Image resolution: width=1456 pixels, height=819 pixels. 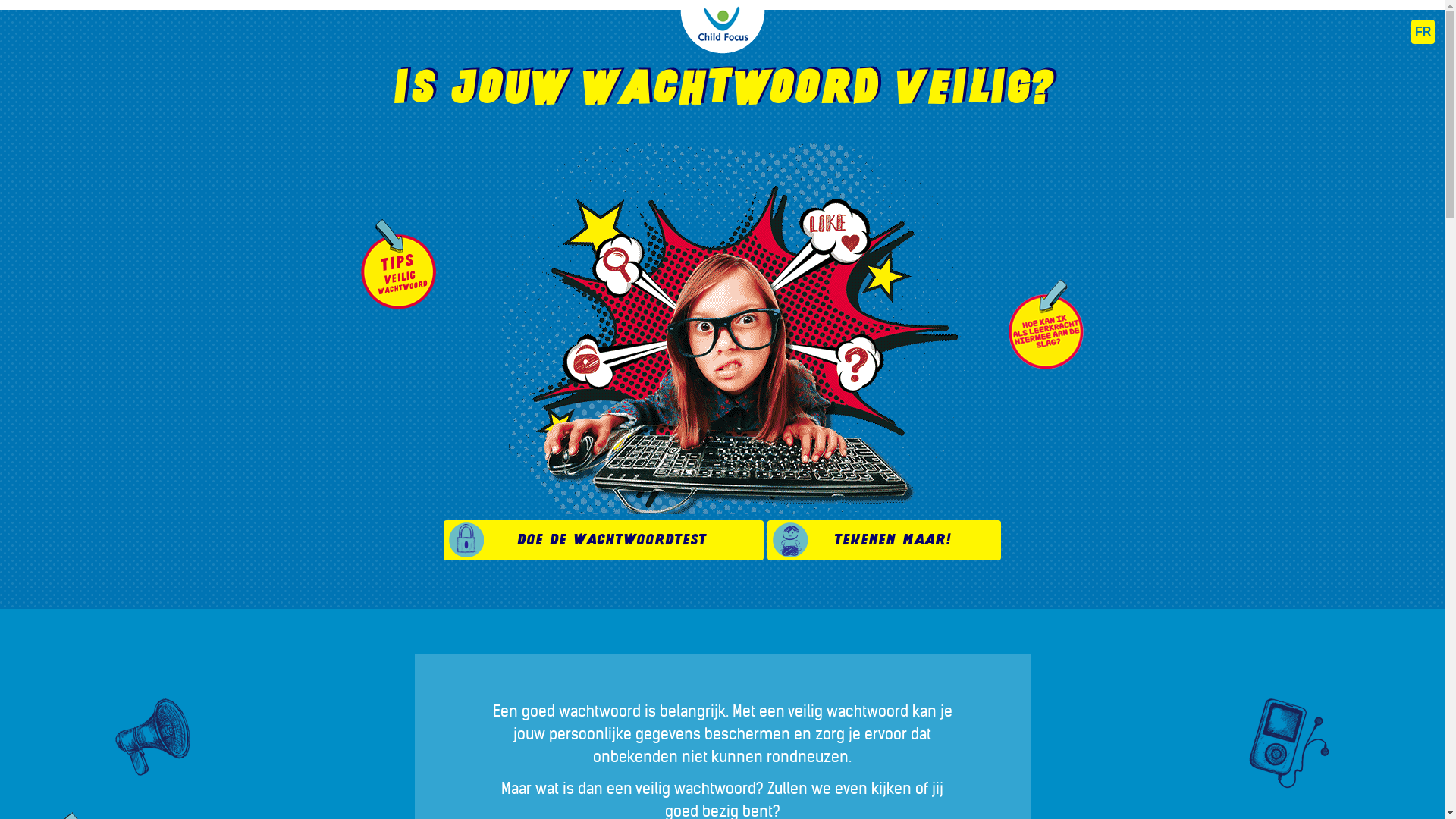 What do you see at coordinates (603, 539) in the screenshot?
I see `'Doe de wachtwoordtest'` at bounding box center [603, 539].